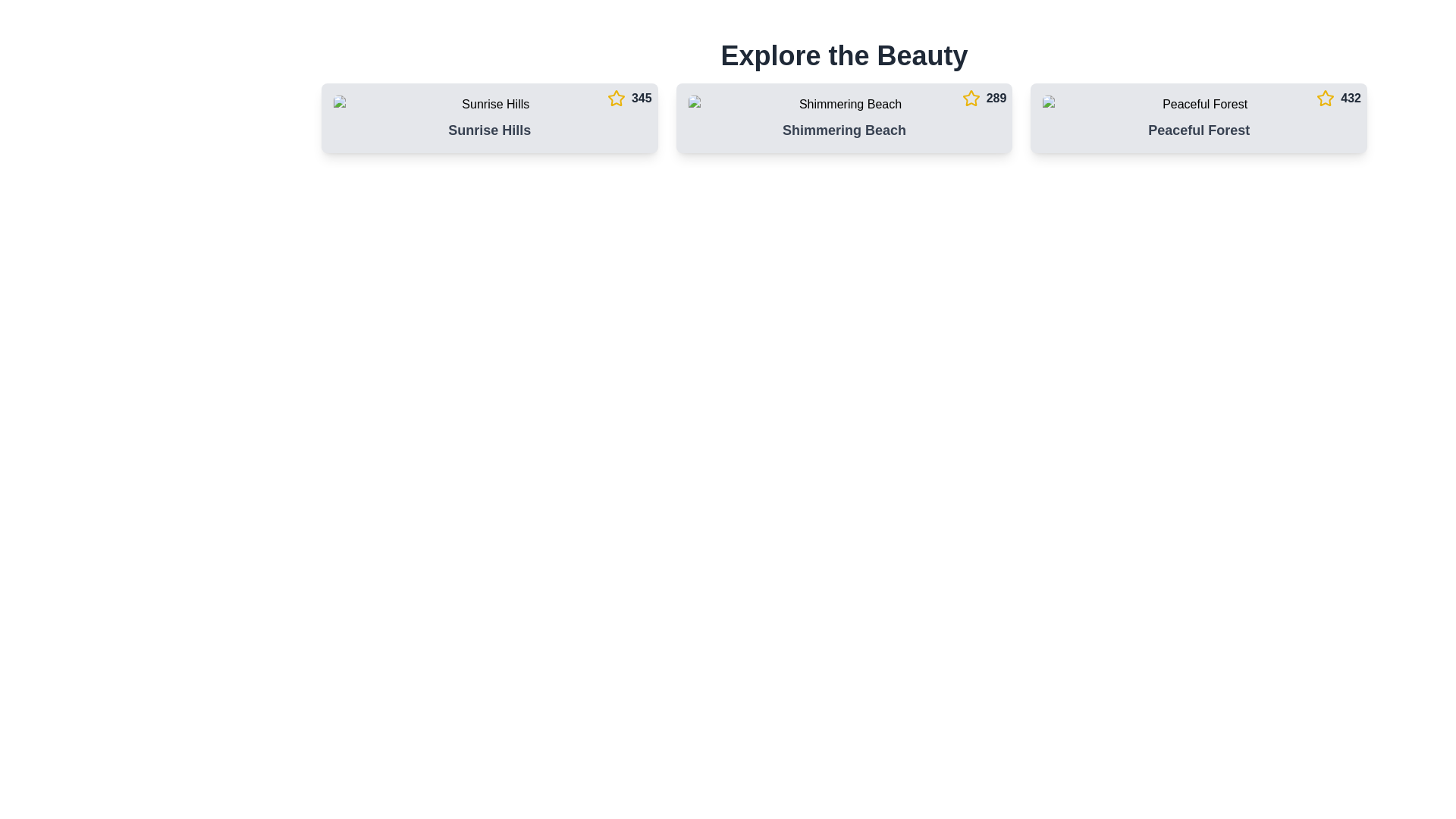 This screenshot has height=819, width=1456. I want to click on the static text label displaying 'Peaceful Forest', which is positioned at the bottom center of the card representing the listing, so click(1198, 130).